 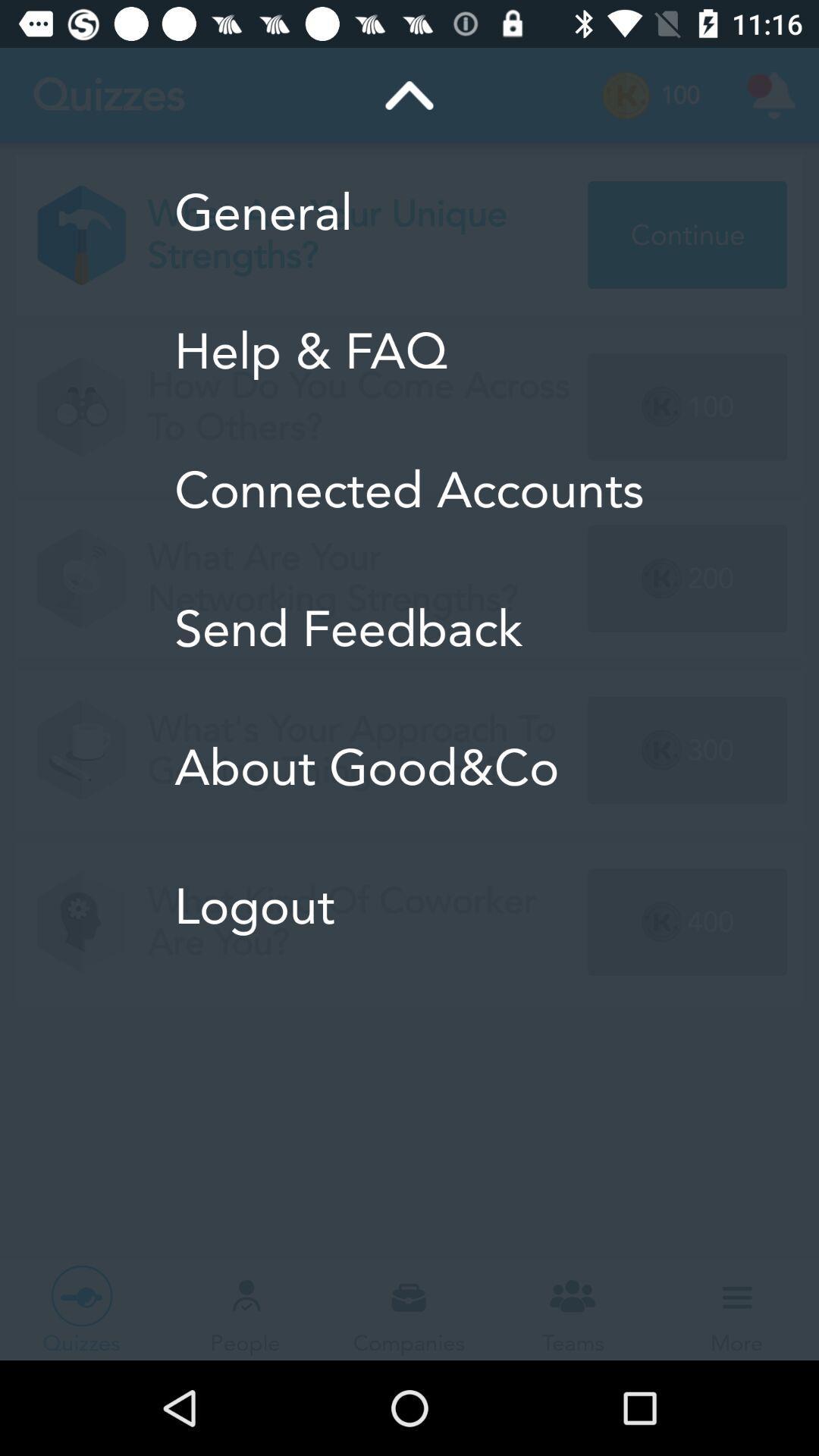 What do you see at coordinates (408, 490) in the screenshot?
I see `icon above the send feedback icon` at bounding box center [408, 490].